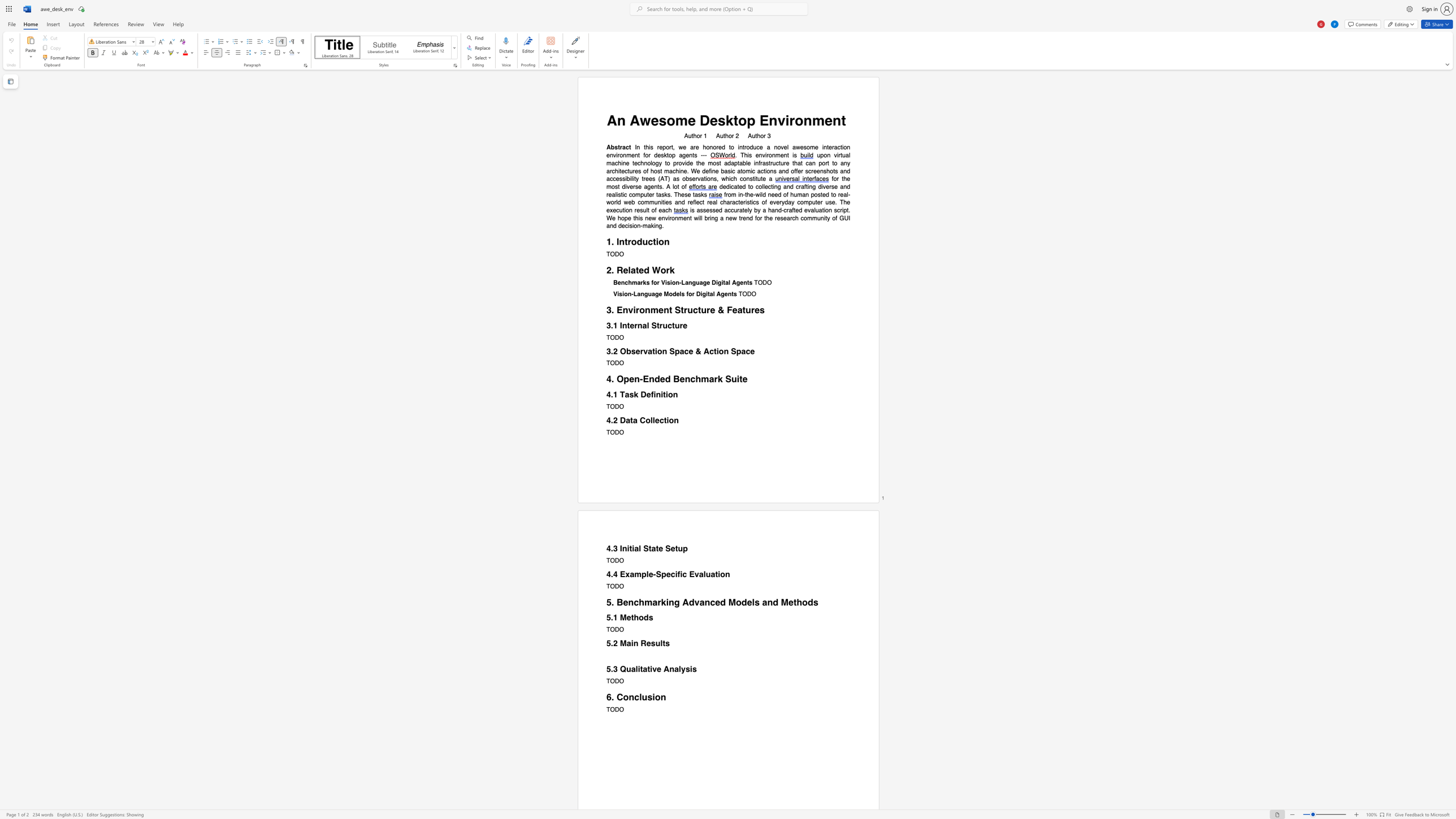 The width and height of the screenshot is (1456, 819). What do you see at coordinates (647, 294) in the screenshot?
I see `the subset text "uage Models for" within the text "Vision-Language Models for Digital Agents"` at bounding box center [647, 294].